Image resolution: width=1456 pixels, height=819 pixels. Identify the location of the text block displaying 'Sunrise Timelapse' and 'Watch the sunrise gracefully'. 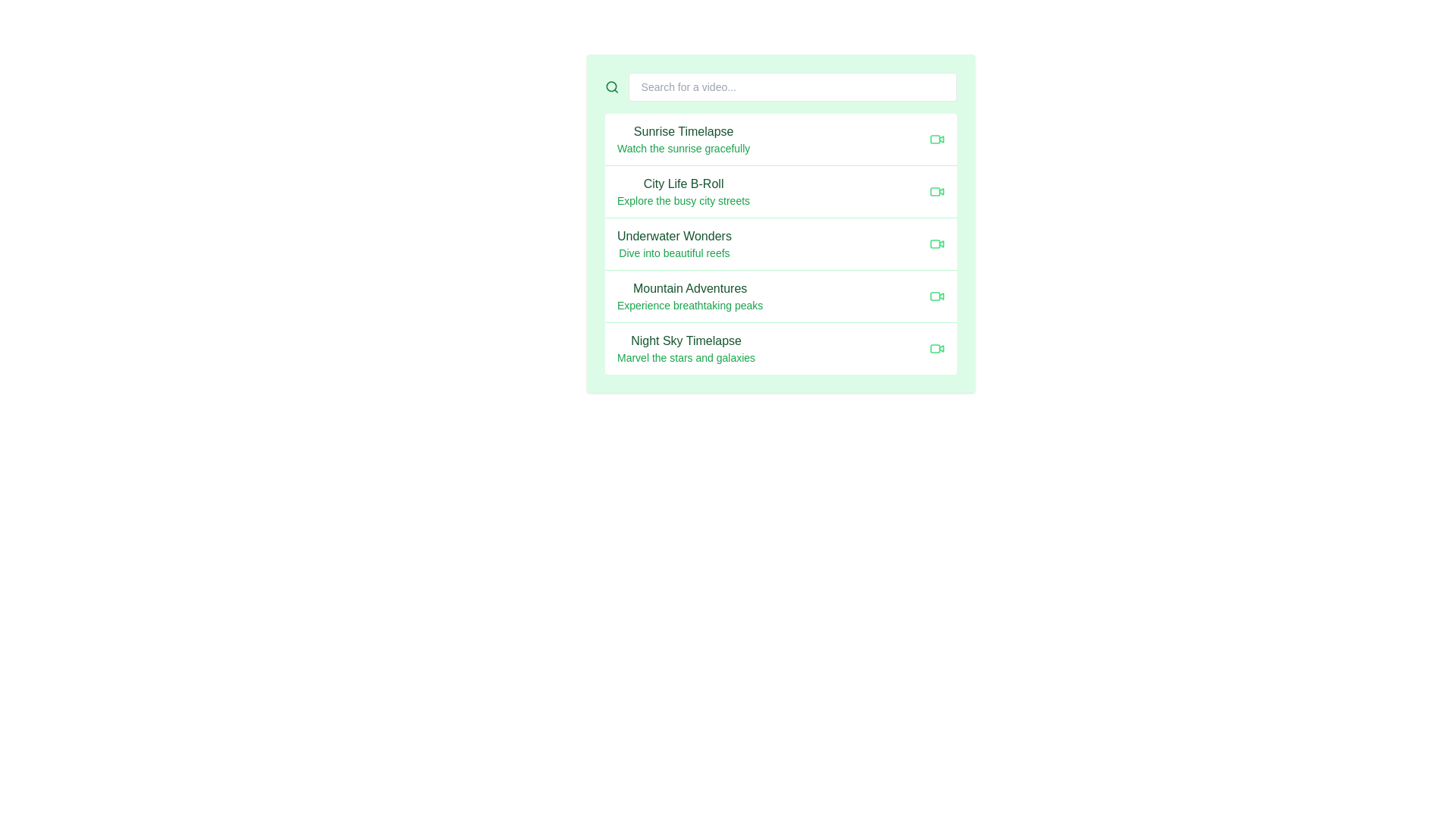
(682, 140).